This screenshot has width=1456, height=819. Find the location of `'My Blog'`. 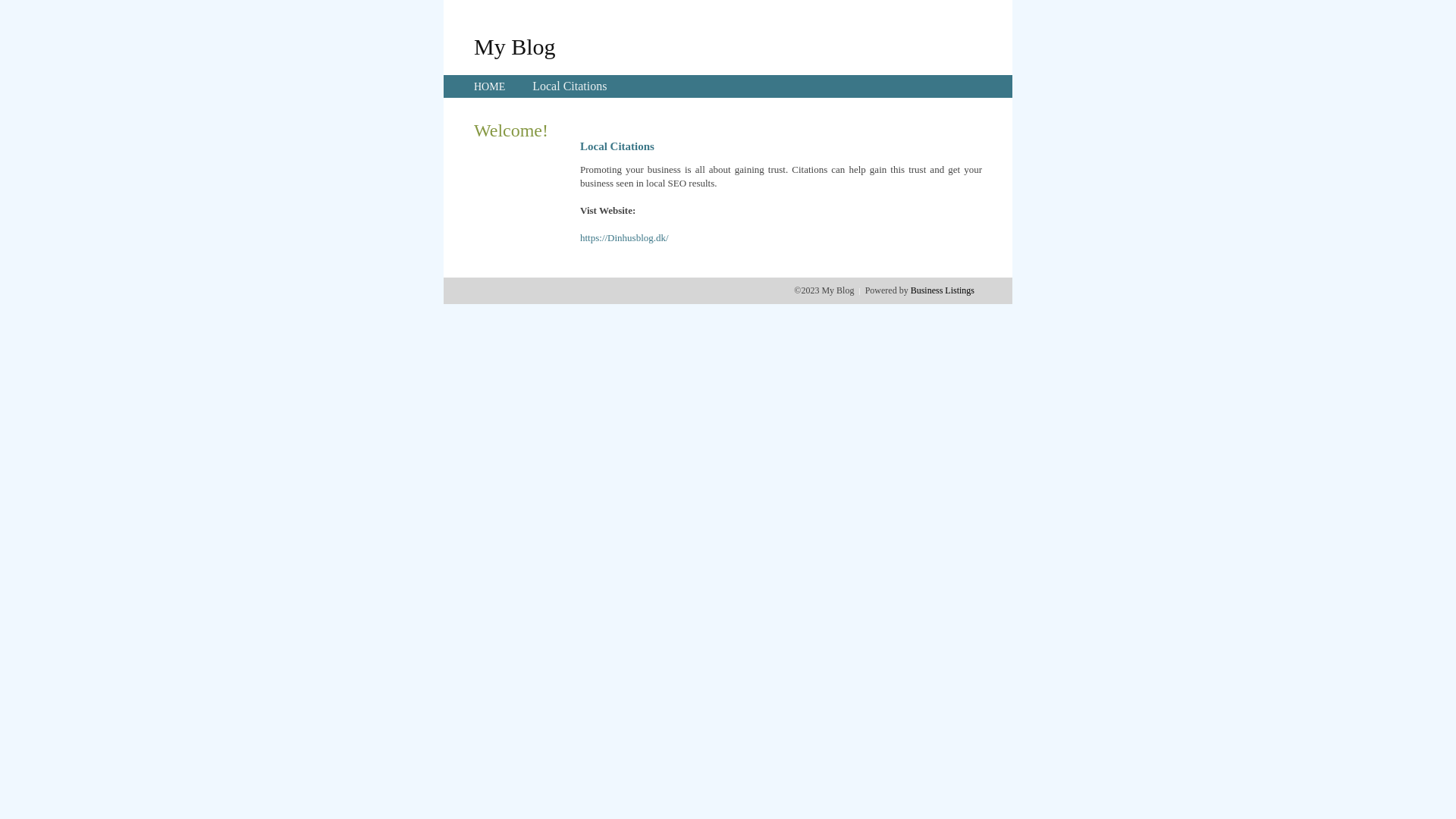

'My Blog' is located at coordinates (472, 45).